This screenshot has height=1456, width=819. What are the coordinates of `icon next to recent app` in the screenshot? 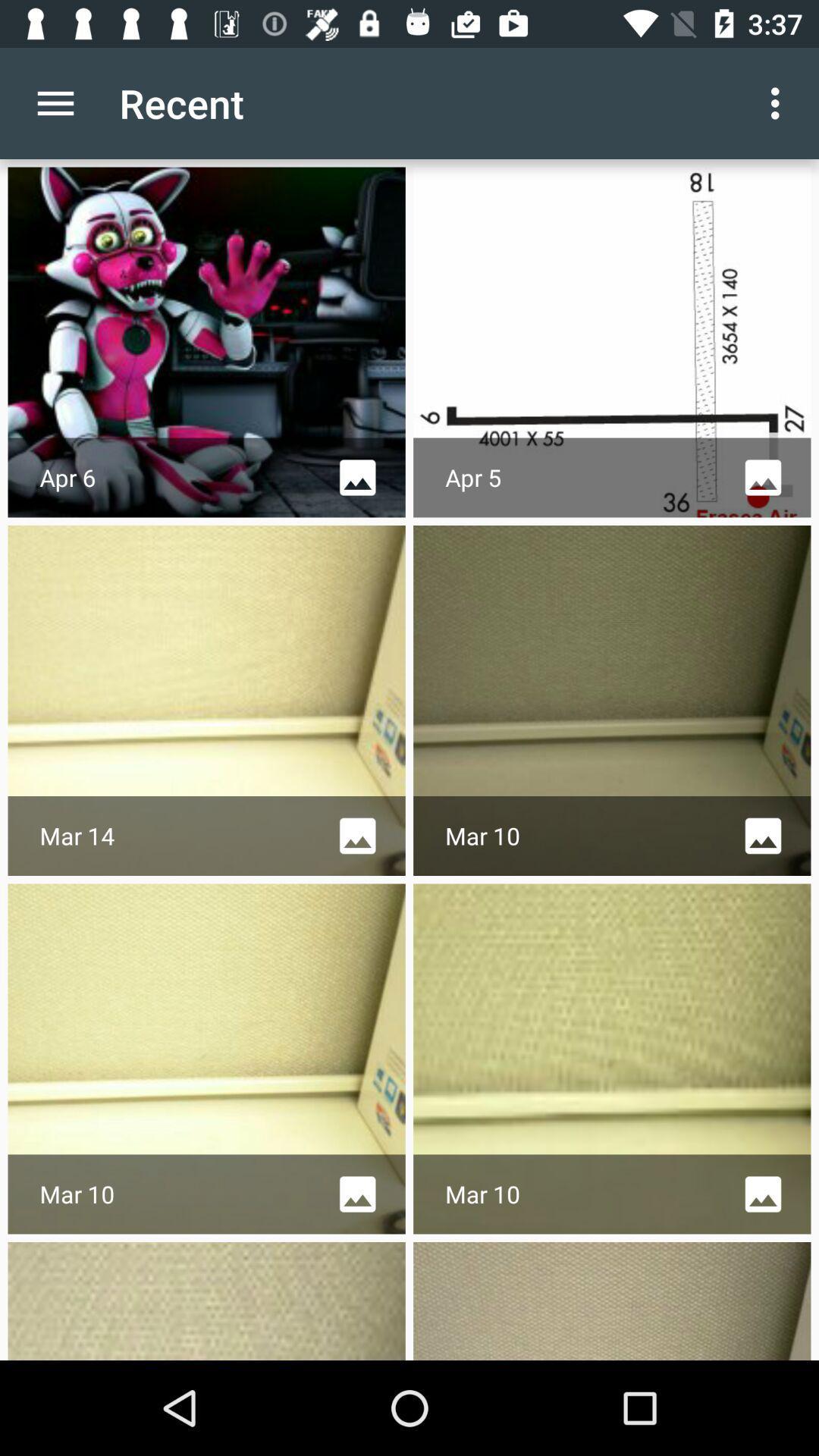 It's located at (779, 102).